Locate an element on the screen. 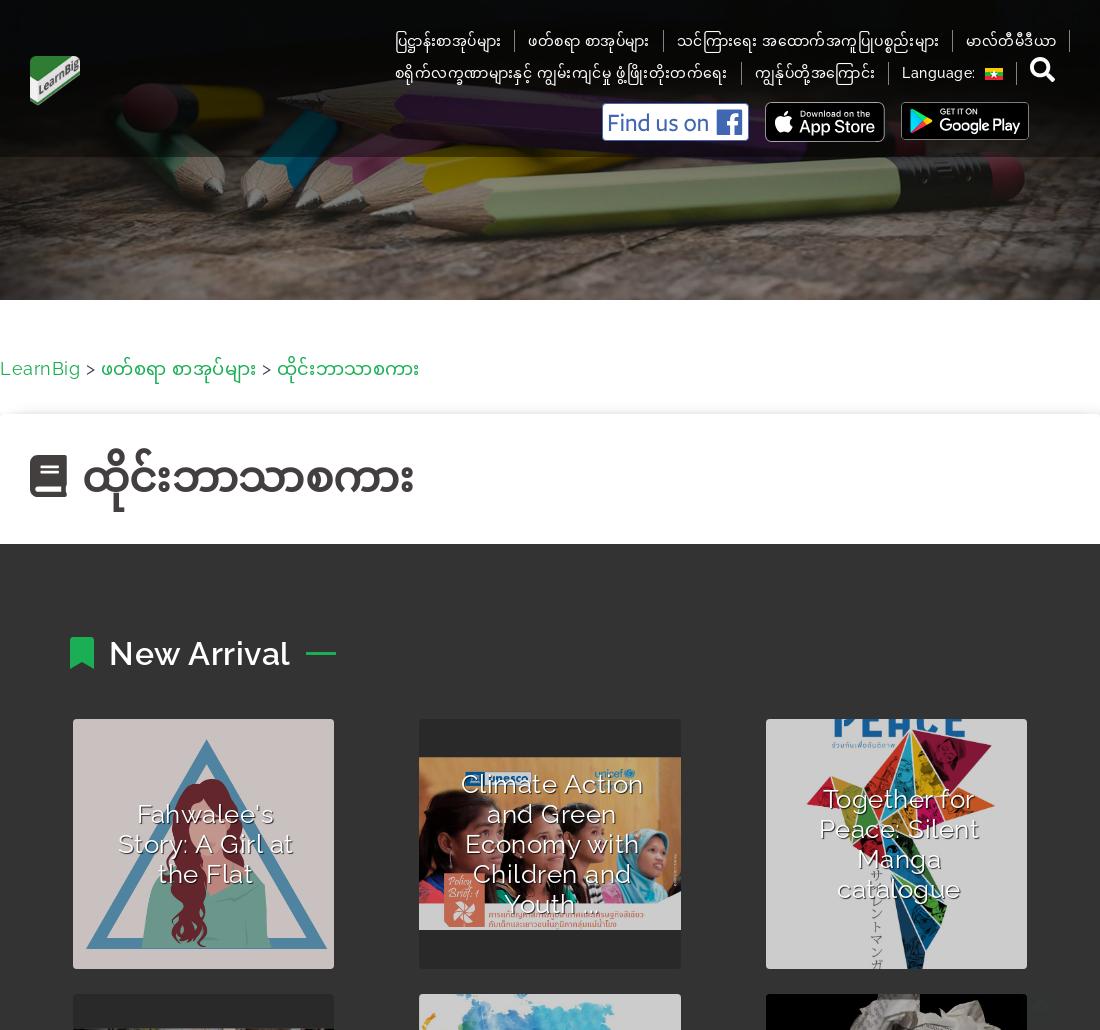 This screenshot has height=1030, width=1100. 'This Together for Peace Silent Manga Catalogue is a compilation of silent man...' is located at coordinates (793, 968).